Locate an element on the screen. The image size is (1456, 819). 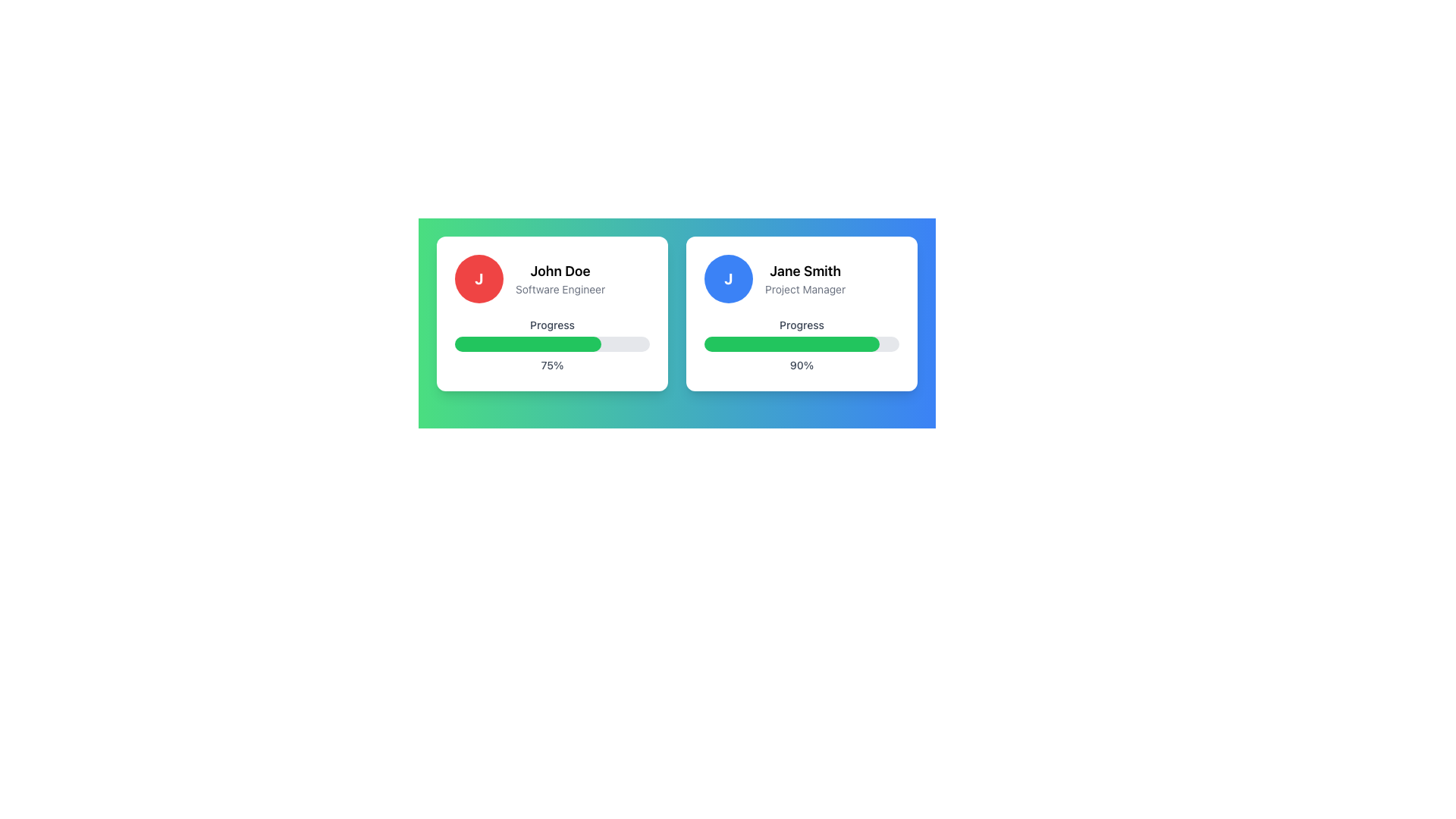
the avatar element representing a person with the initial 'J', located on the right side of the interface within the second card is located at coordinates (728, 278).